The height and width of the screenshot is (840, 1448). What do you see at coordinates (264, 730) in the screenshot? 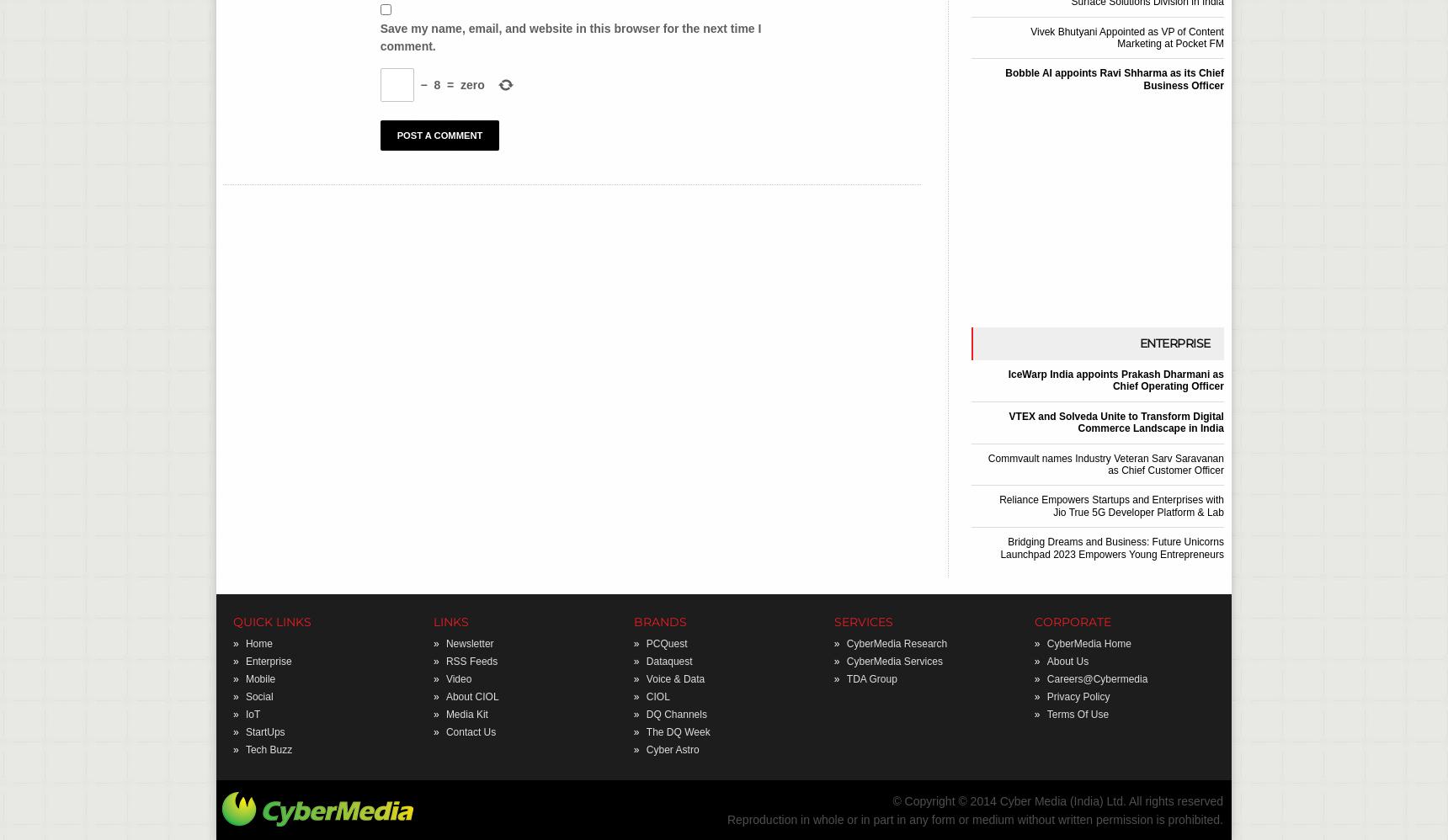
I see `'StartUps'` at bounding box center [264, 730].